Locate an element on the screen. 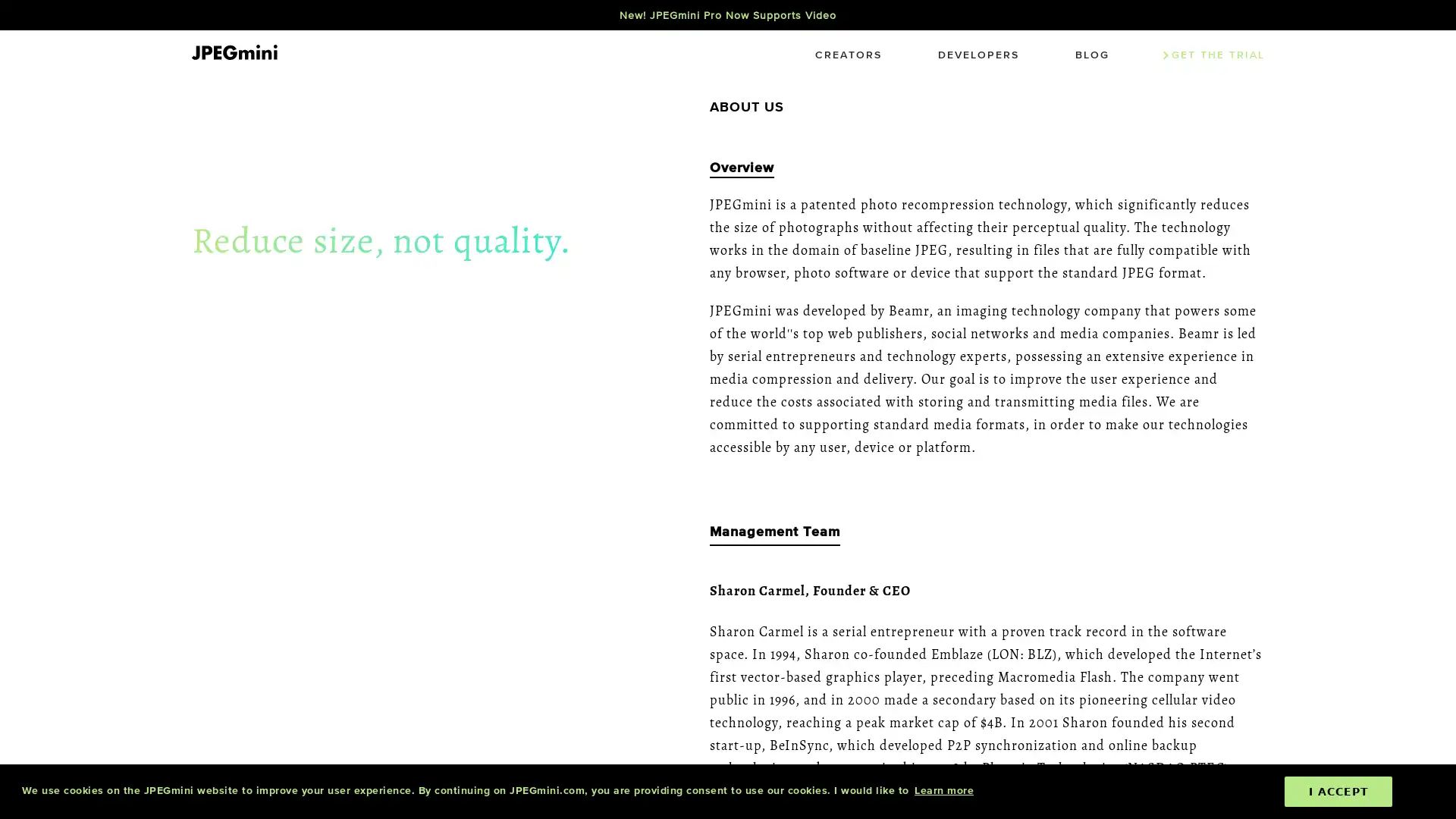  dismiss cookie message is located at coordinates (1338, 791).